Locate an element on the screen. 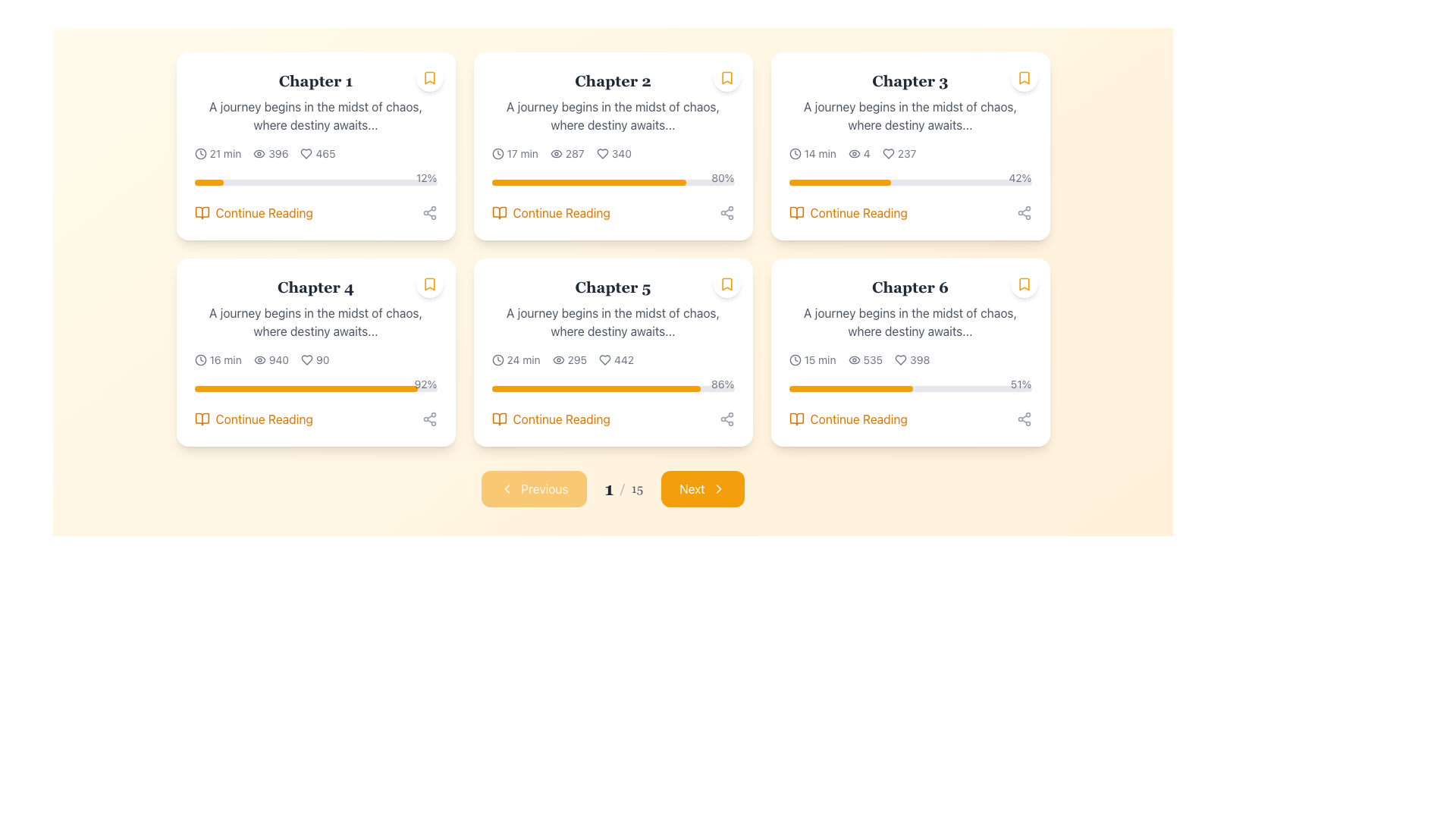 The width and height of the screenshot is (1456, 819). the Share Icon located in the bottom-right corner of the 'Chapter 5' card to invoke the share functionality is located at coordinates (726, 419).